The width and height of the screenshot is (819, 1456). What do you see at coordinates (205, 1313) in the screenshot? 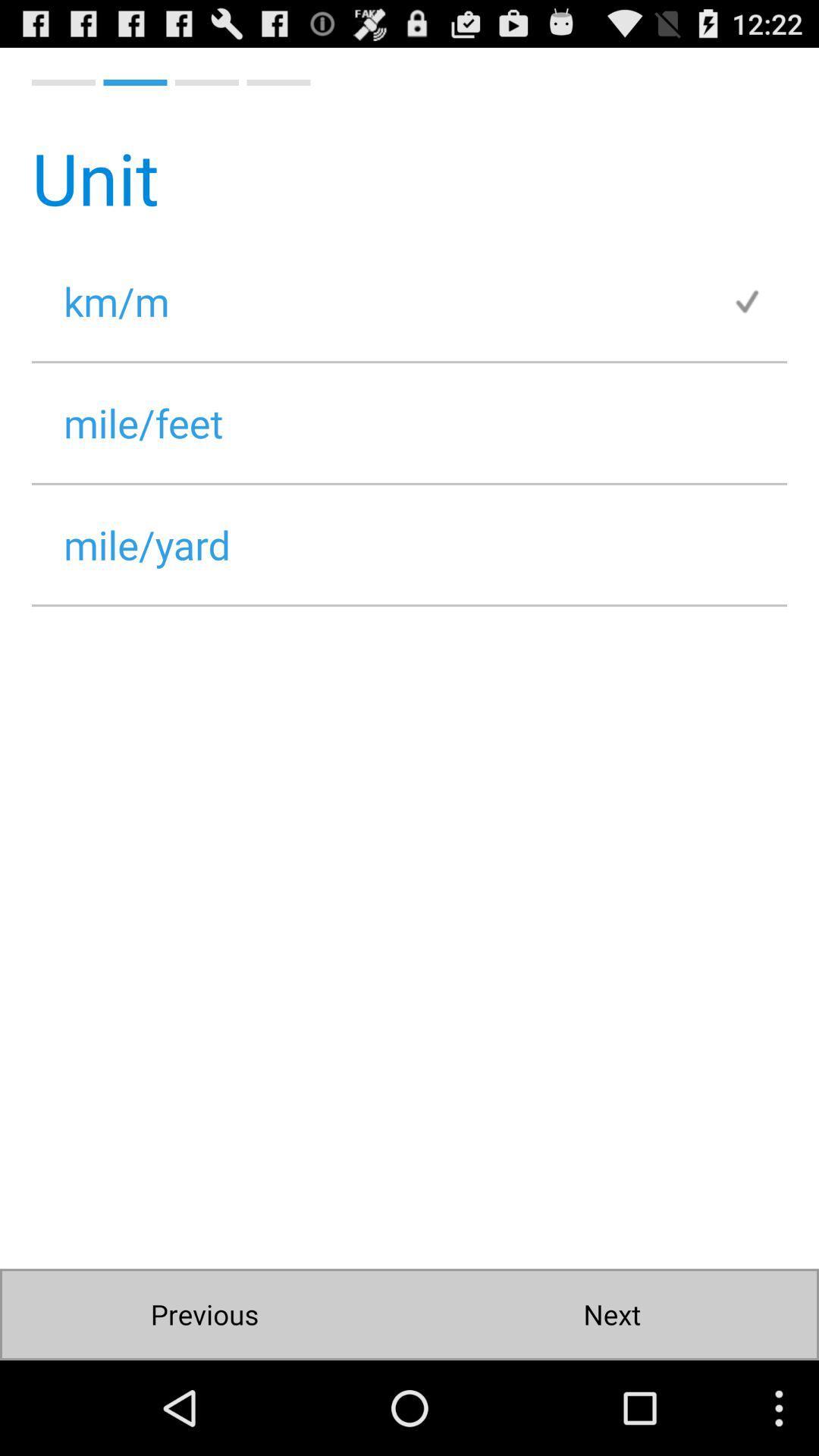
I see `the previous button` at bounding box center [205, 1313].